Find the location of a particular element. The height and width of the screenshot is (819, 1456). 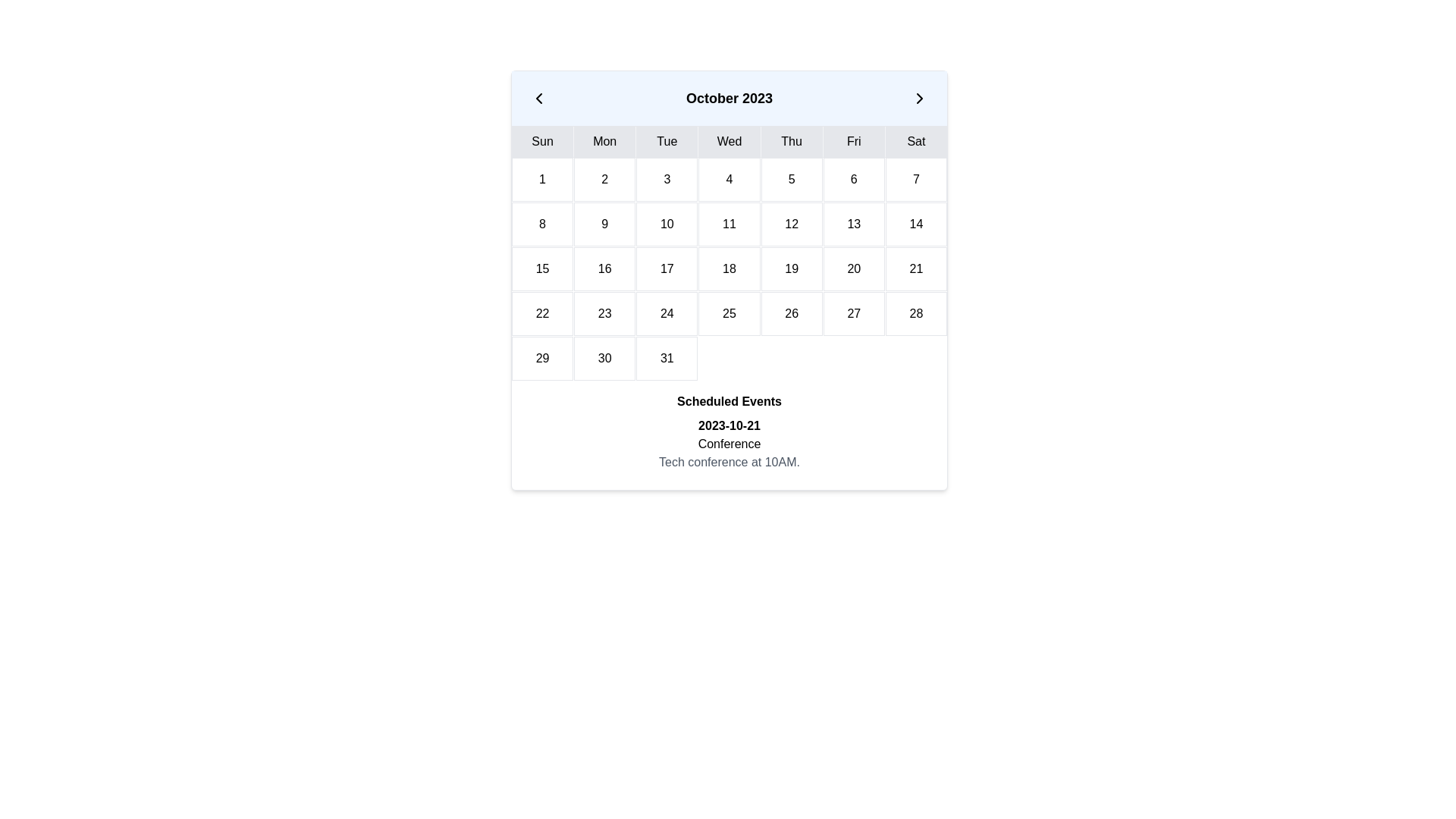

the text element displaying 'Tech conference at 10AM.' located at the bottom of the card section within the calendar interface is located at coordinates (729, 461).